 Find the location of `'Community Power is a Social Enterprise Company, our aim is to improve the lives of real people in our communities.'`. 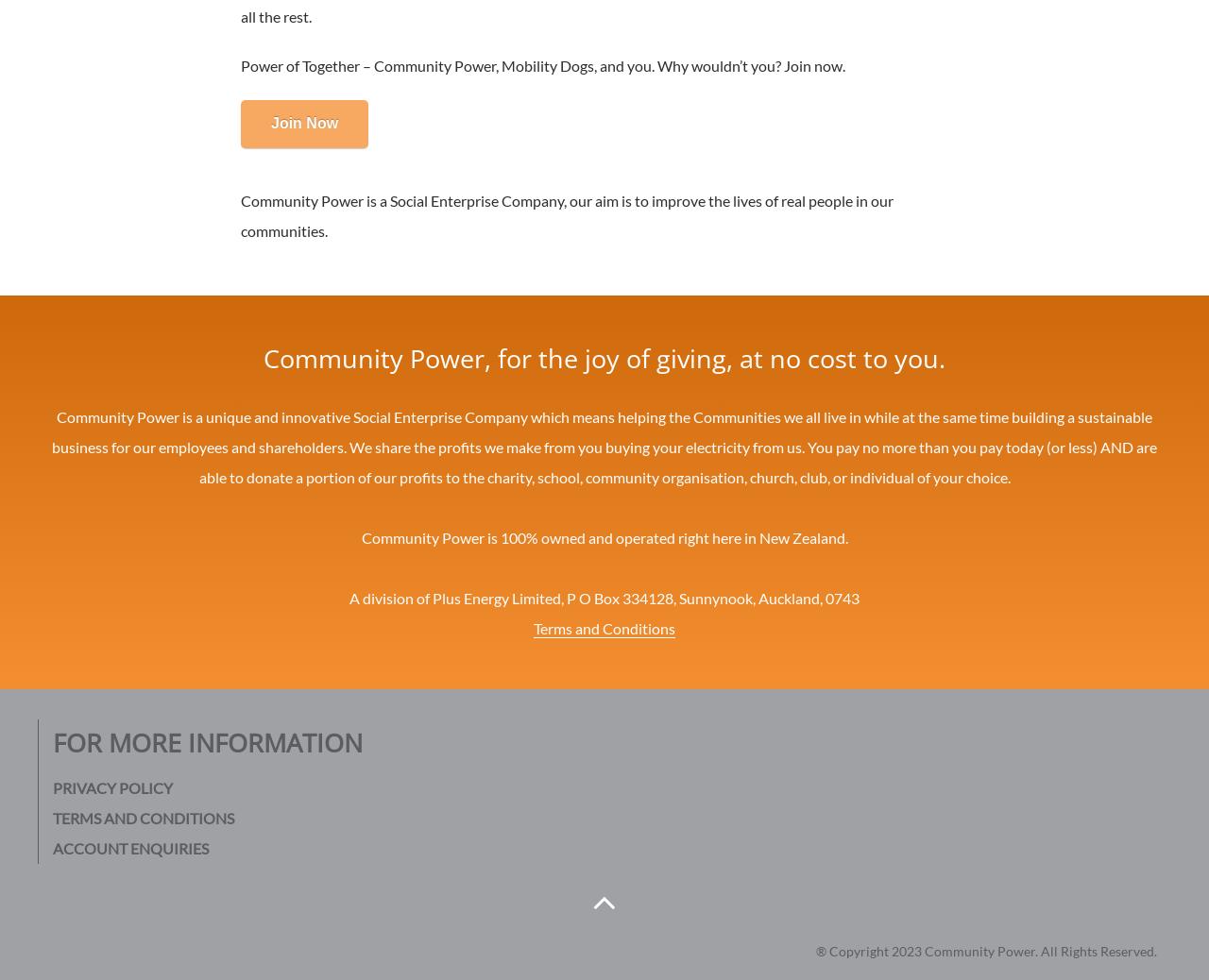

'Community Power is a Social Enterprise Company, our aim is to improve the lives of real people in our communities.' is located at coordinates (566, 214).